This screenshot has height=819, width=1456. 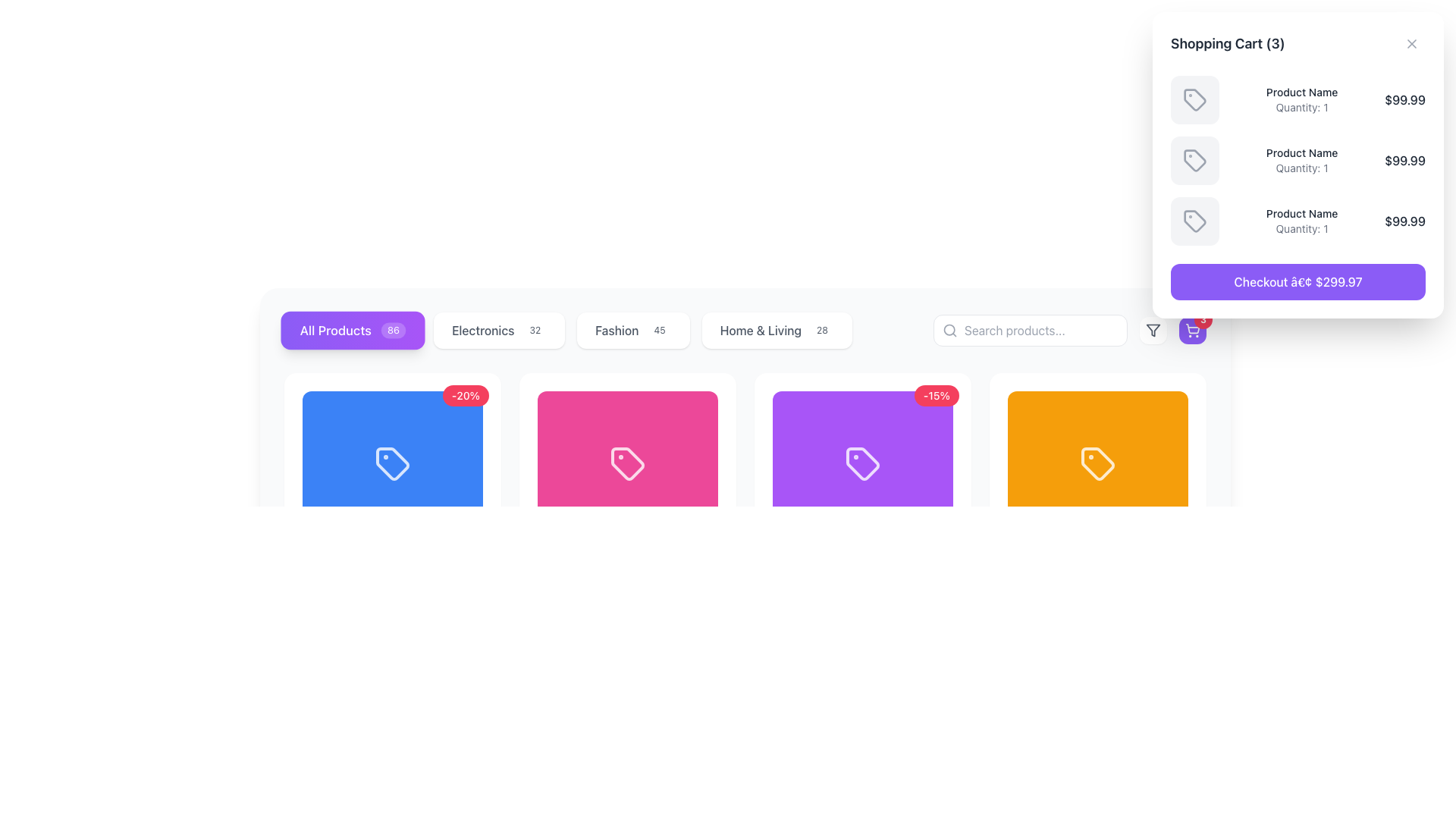 What do you see at coordinates (1411, 42) in the screenshot?
I see `the close ('X') icon button located at the top-right corner of the shopping cart dropdown to observe its color-change effect` at bounding box center [1411, 42].